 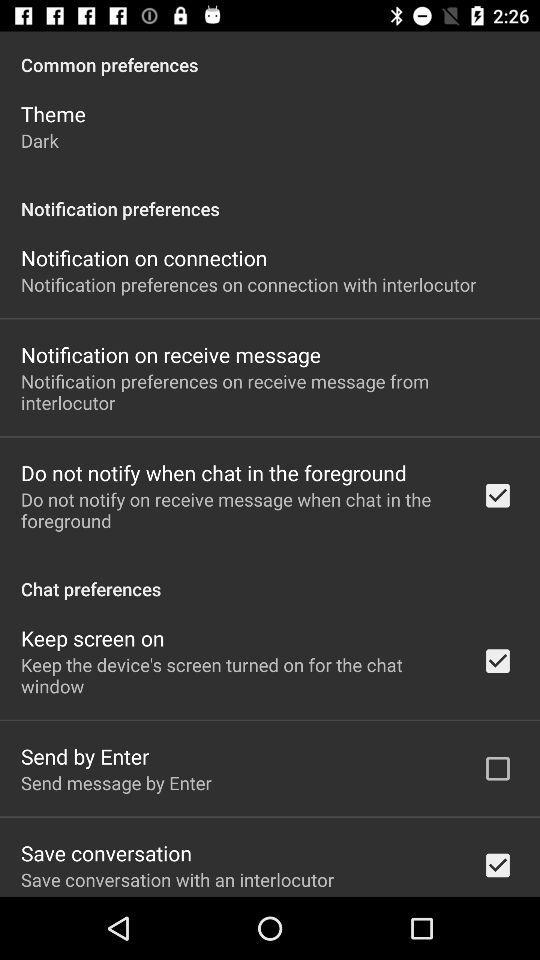 I want to click on the icon above the keep screen on app, so click(x=270, y=578).